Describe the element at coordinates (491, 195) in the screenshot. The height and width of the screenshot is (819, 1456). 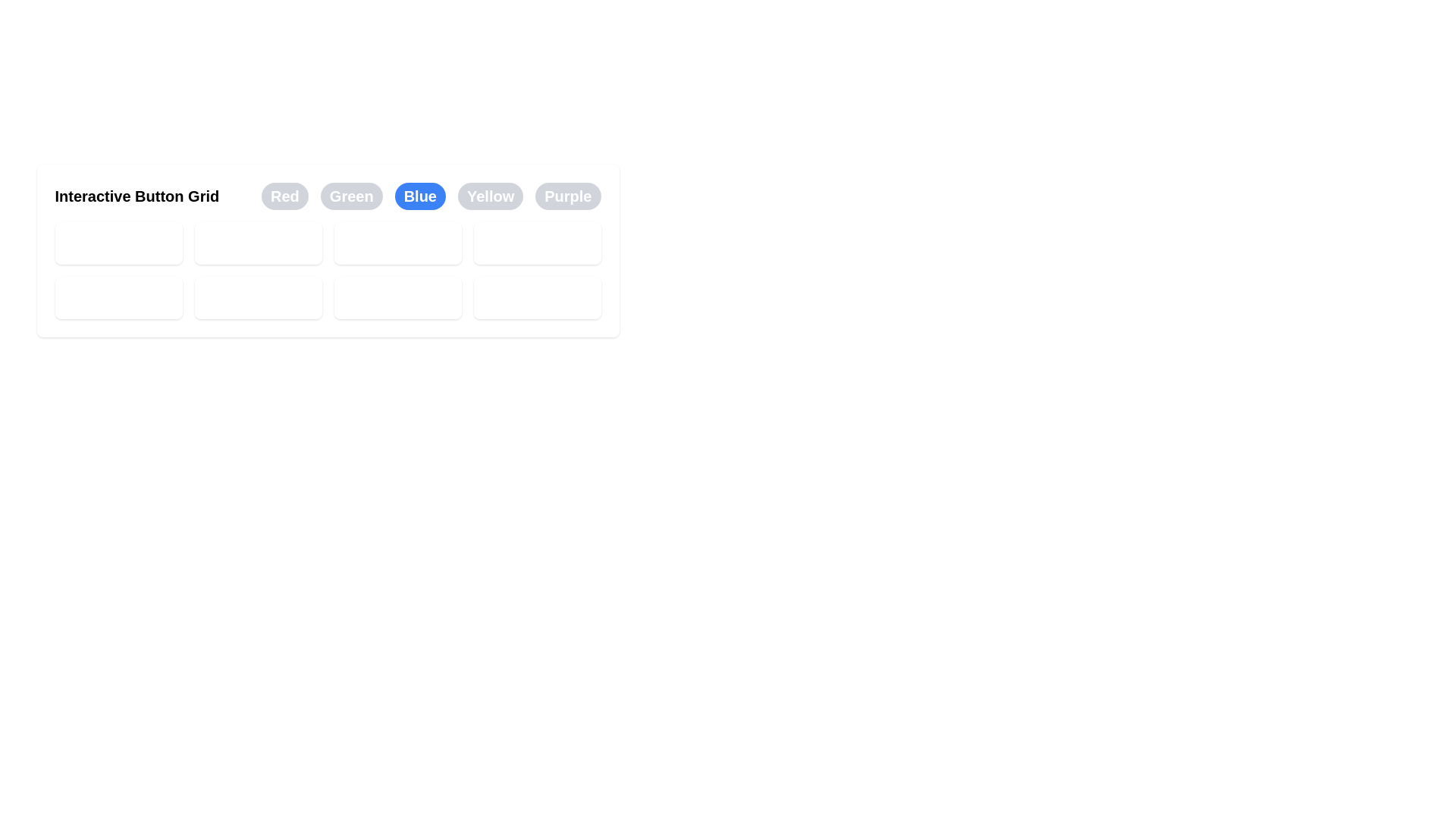
I see `the 'Yellow' button, which is the fourth capsule-shaped button between 'Blue' and 'Purple'` at that location.